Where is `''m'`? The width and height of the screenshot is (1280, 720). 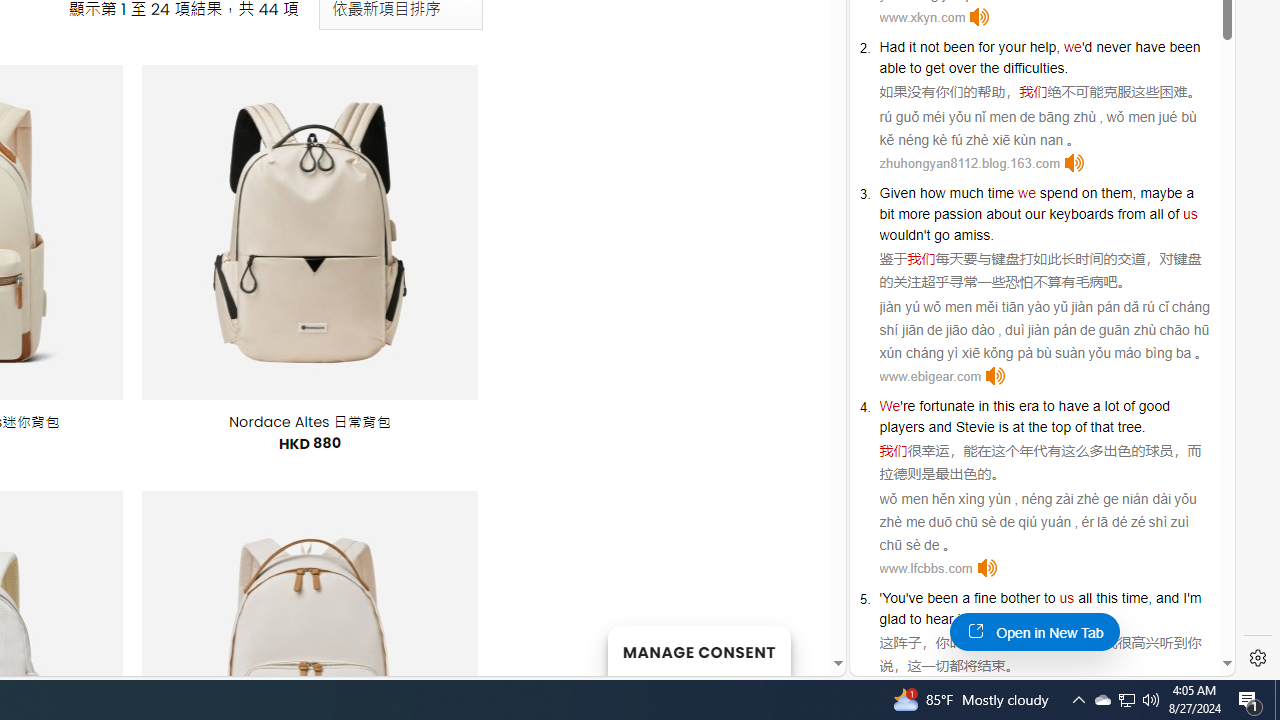 ''m' is located at coordinates (1194, 596).